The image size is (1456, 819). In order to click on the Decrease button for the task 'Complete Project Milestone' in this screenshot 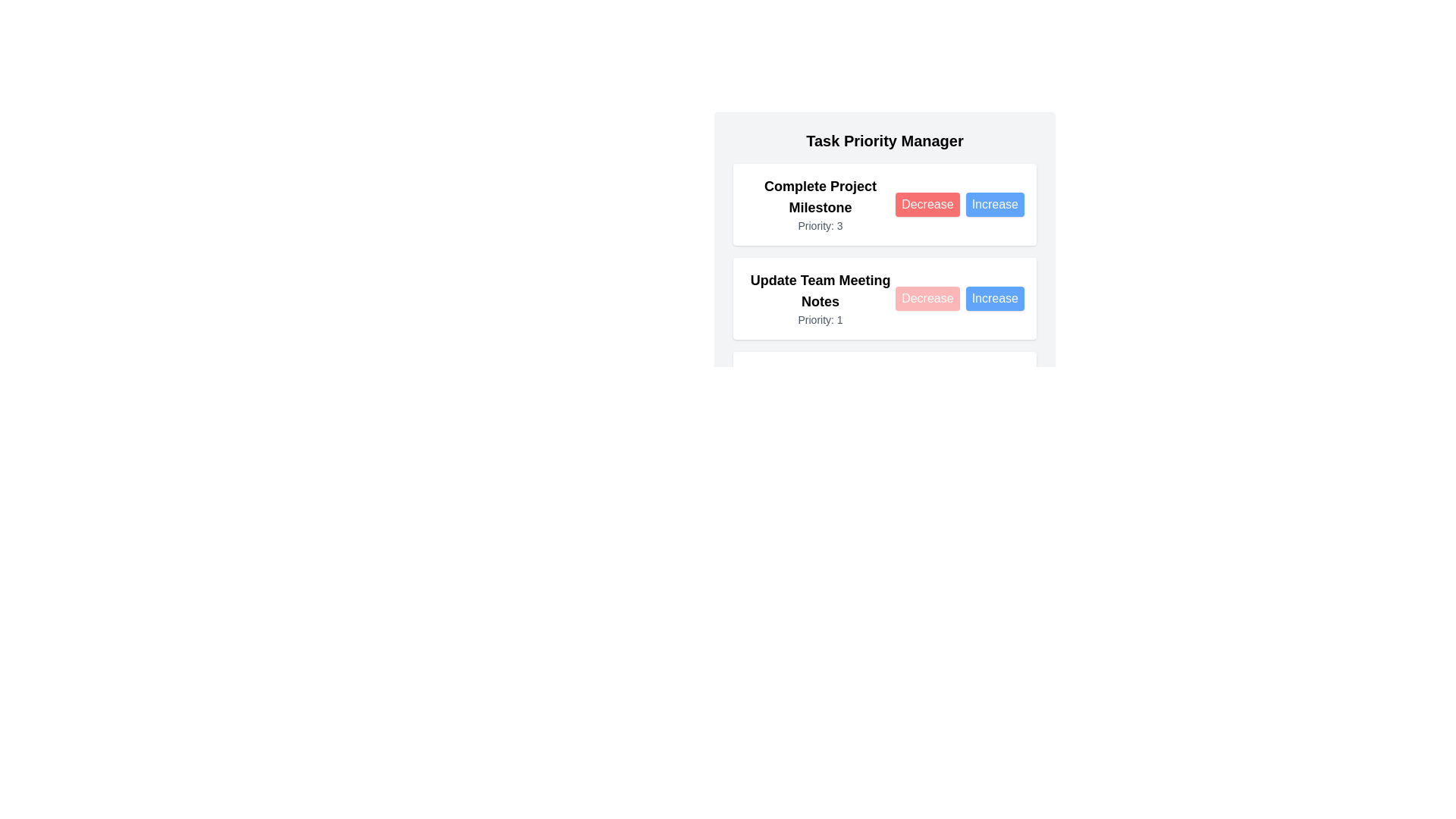, I will do `click(927, 205)`.